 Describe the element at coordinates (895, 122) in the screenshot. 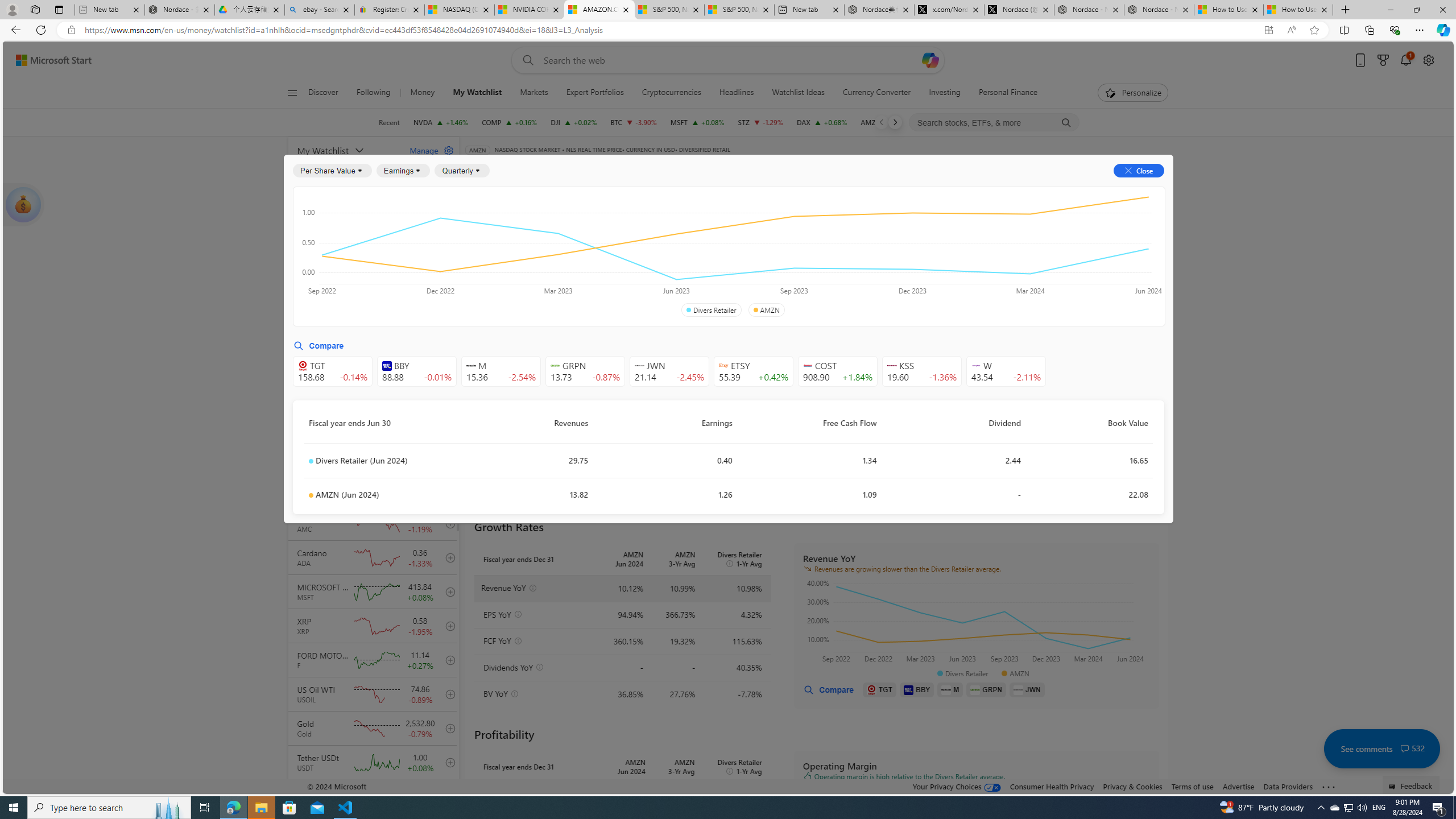

I see `'Next'` at that location.